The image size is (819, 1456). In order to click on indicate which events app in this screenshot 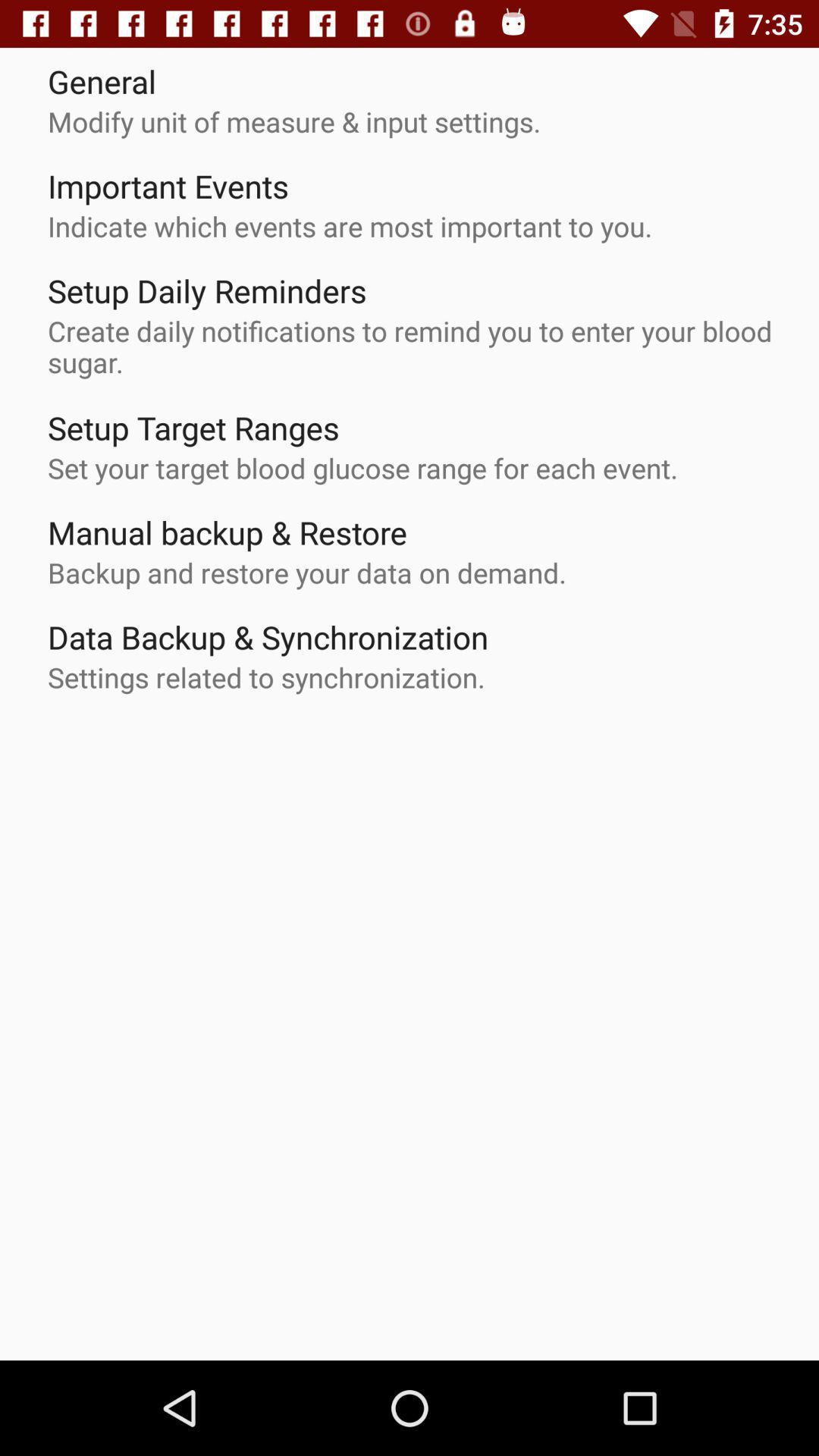, I will do `click(350, 225)`.